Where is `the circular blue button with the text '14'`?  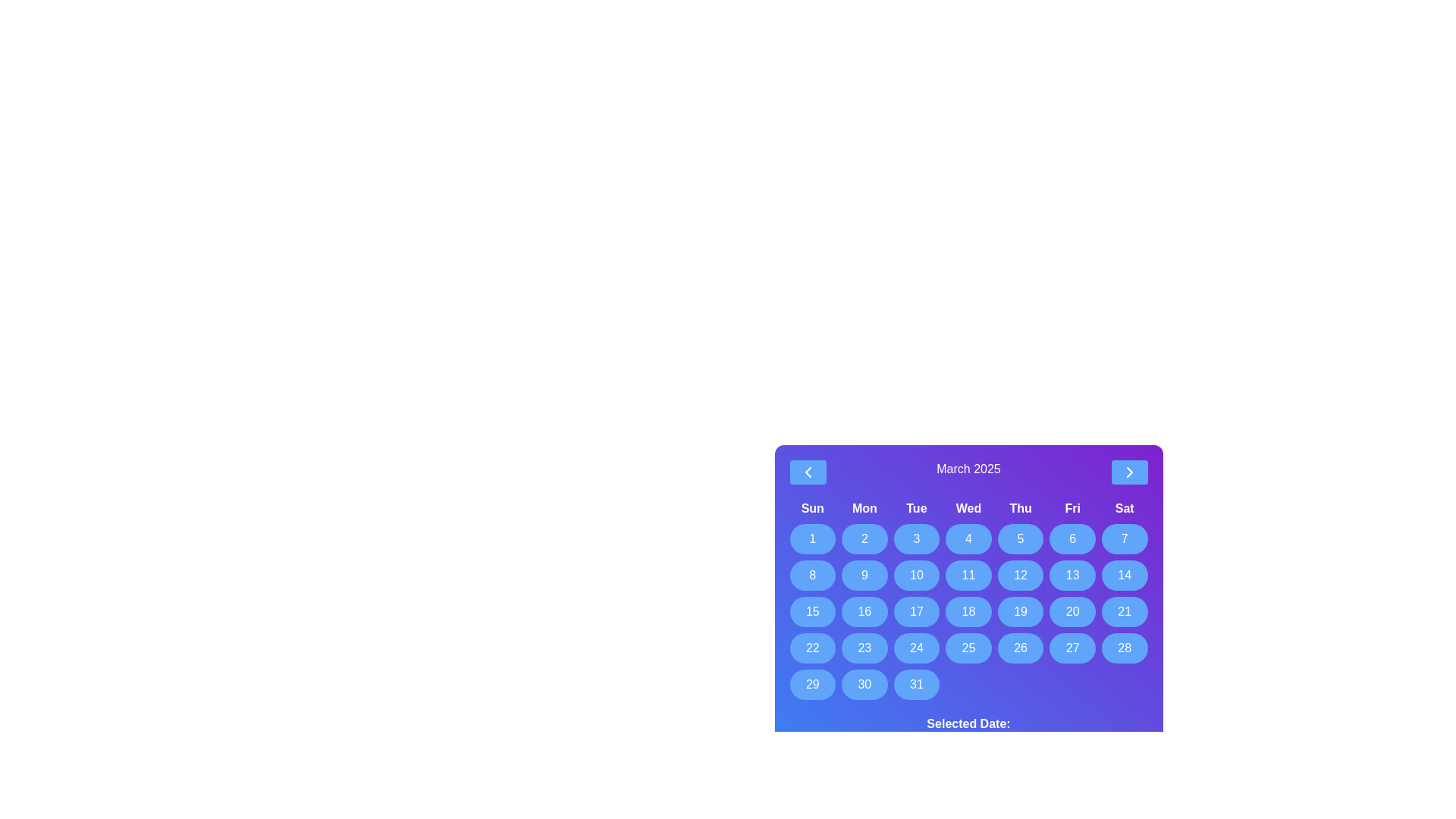
the circular blue button with the text '14' is located at coordinates (1125, 576).